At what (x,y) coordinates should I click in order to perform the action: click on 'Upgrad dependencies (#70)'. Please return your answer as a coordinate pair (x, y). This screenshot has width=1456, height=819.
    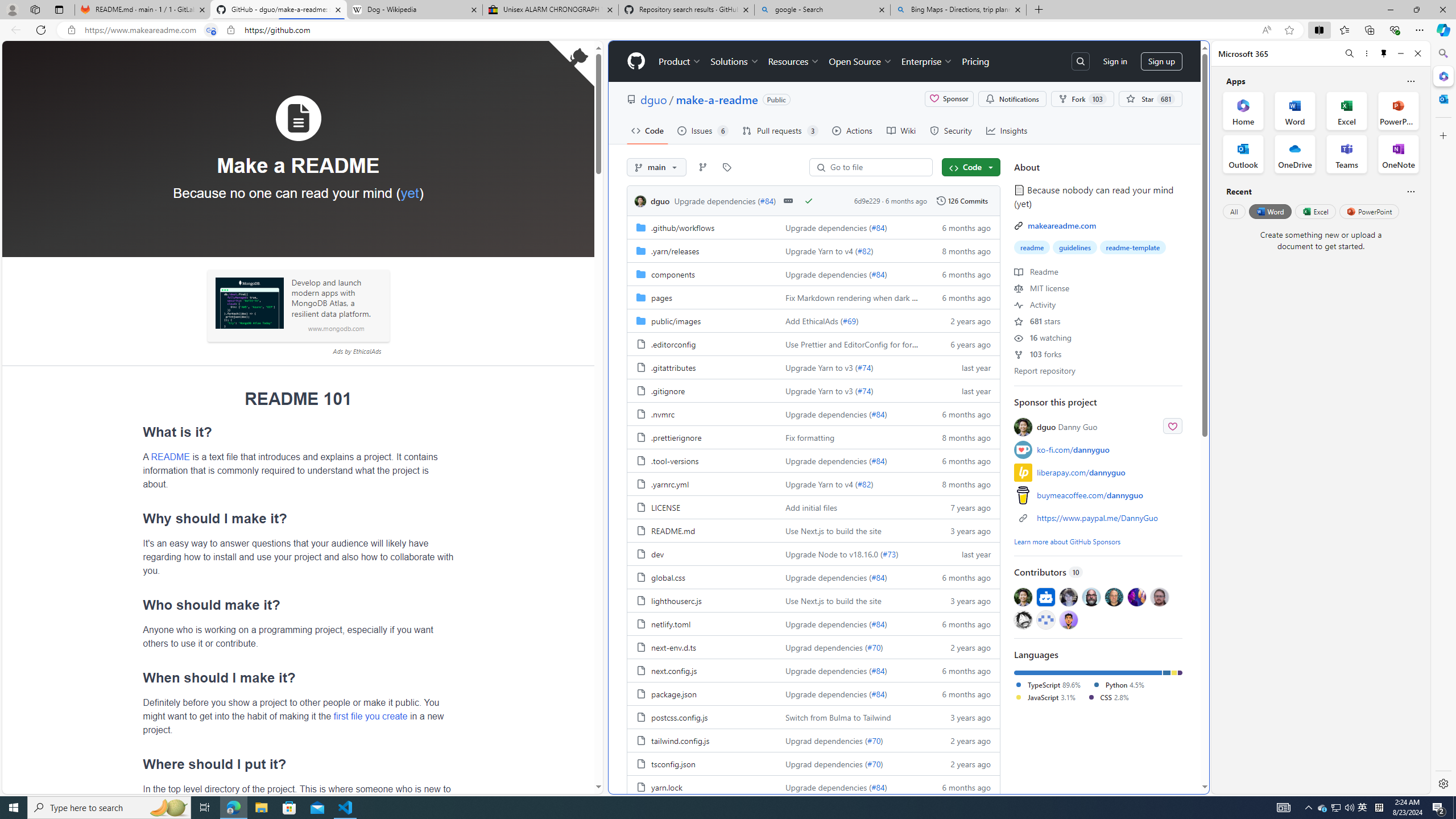
    Looking at the image, I should click on (849, 763).